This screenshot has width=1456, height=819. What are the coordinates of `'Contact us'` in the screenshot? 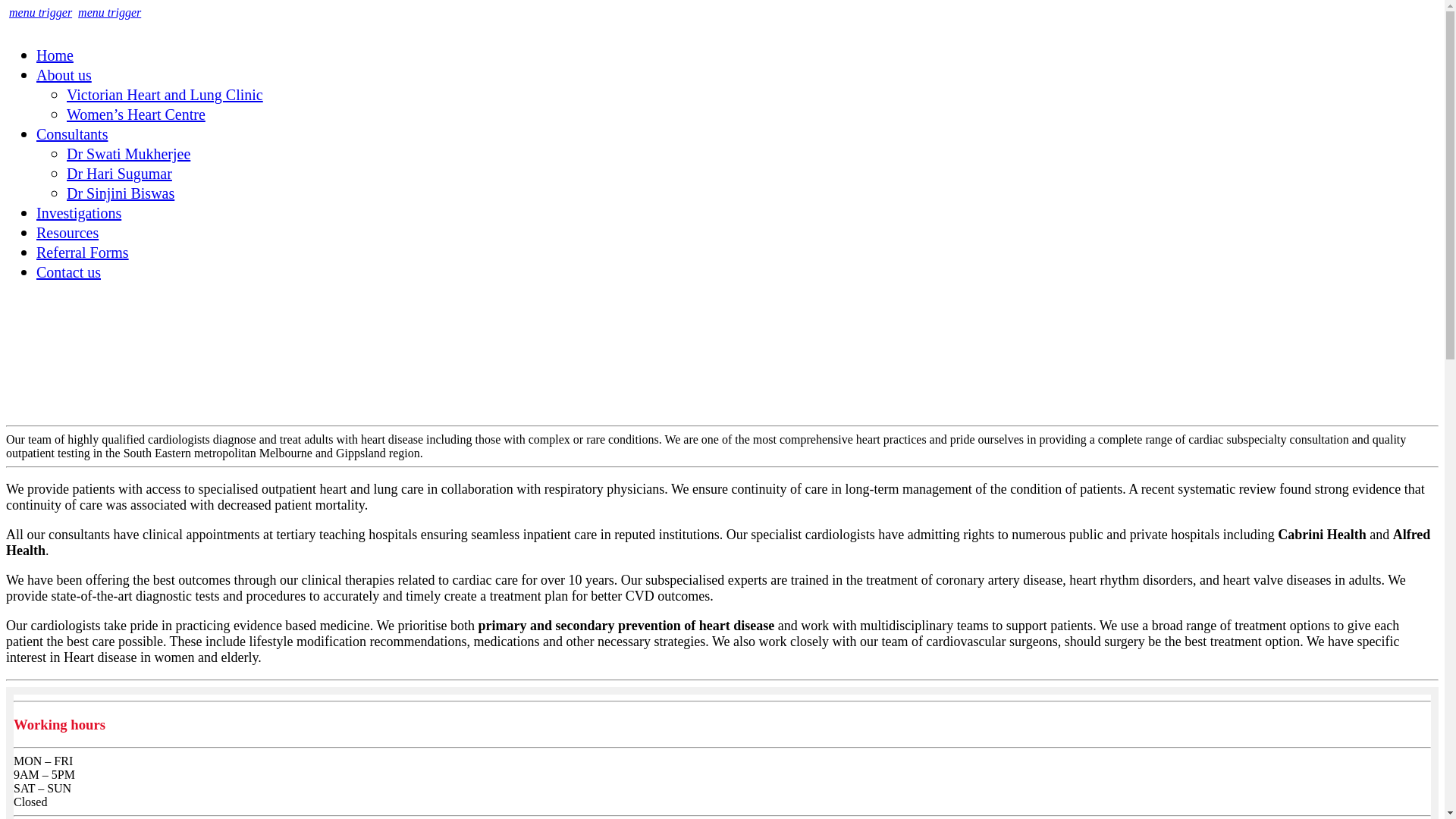 It's located at (67, 271).